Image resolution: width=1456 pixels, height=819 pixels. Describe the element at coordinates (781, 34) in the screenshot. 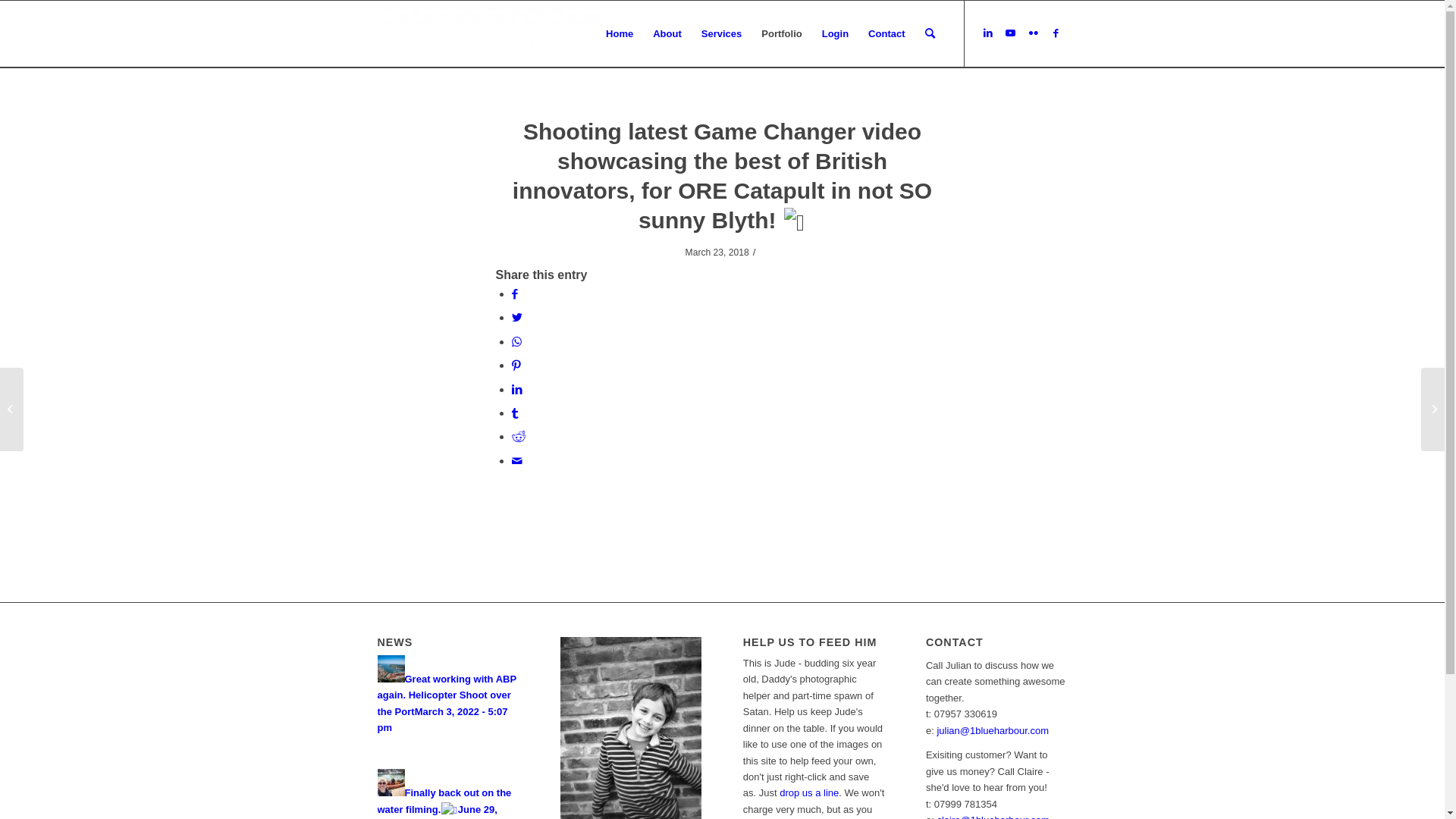

I see `'Portfolio'` at that location.